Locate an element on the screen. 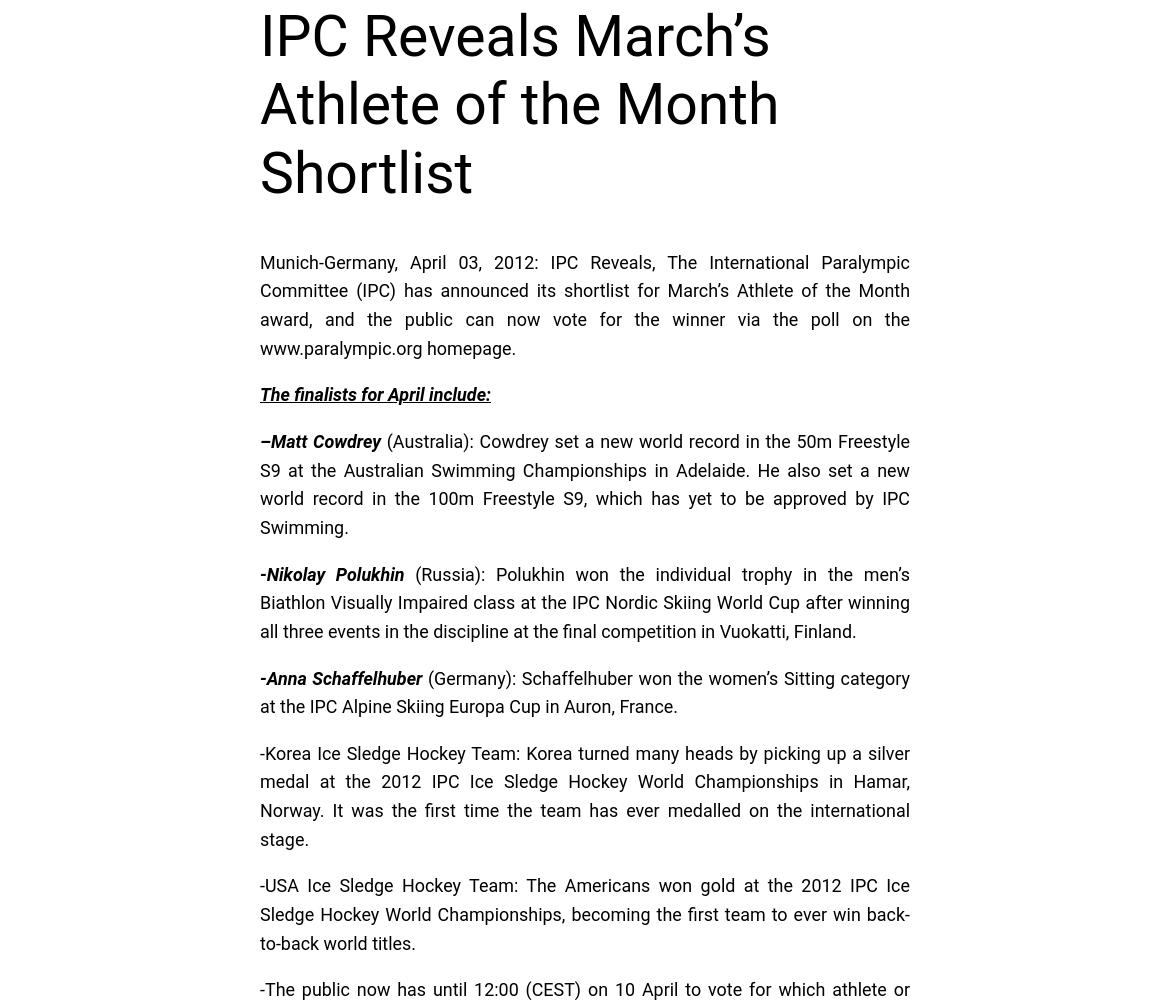  '-Korea Ice Sledge Hockey Team: Korea turned many heads by picking up a silver medal at the 2012 IPC Ice Sledge Hockey World Championships in Hamar, Norway. It was the first time the team has ever medalled on the international stage.' is located at coordinates (585, 795).